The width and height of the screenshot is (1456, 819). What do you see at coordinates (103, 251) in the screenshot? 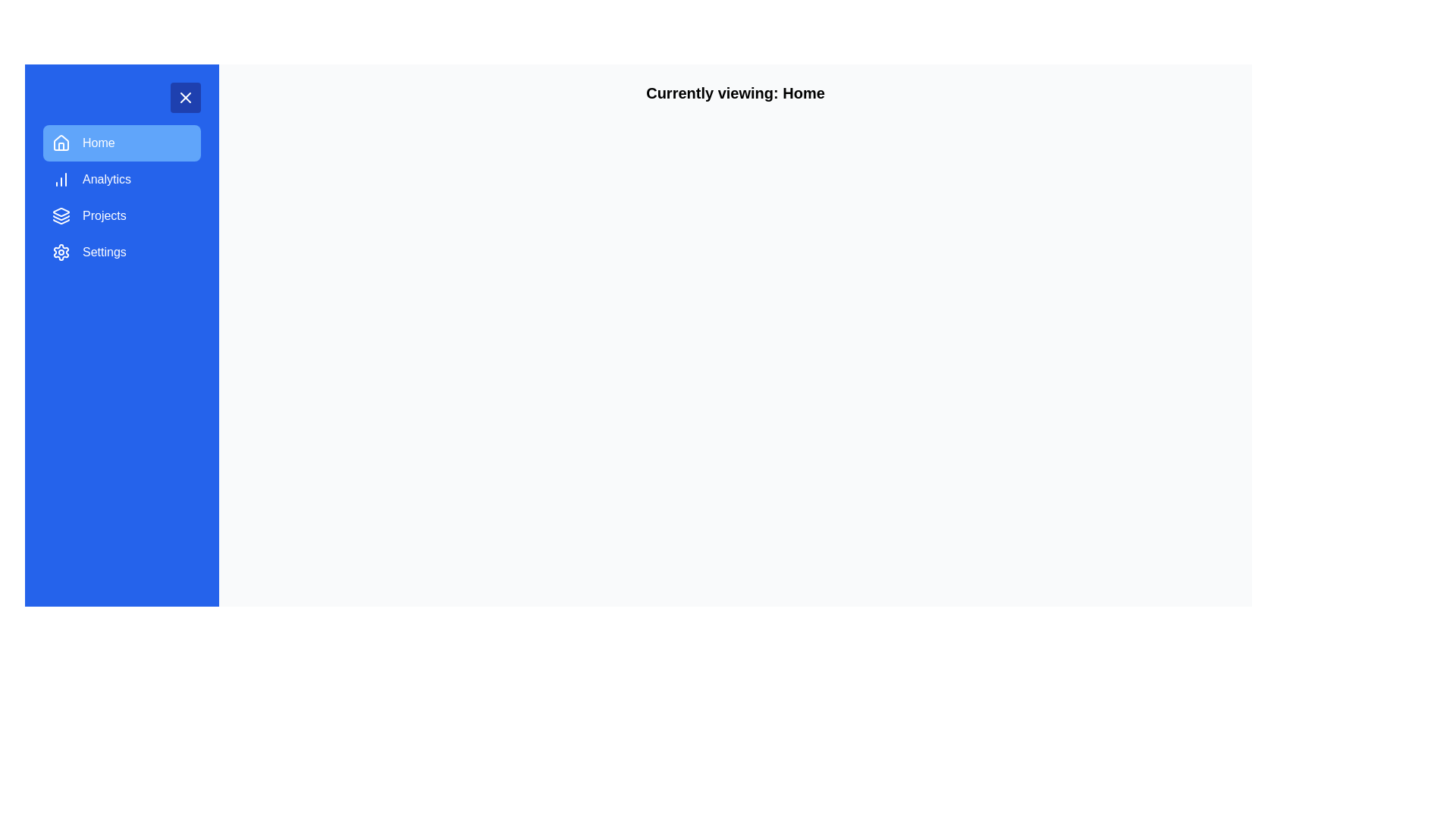
I see `the clickable text label in the fourth row of the vertical navigation menu` at bounding box center [103, 251].